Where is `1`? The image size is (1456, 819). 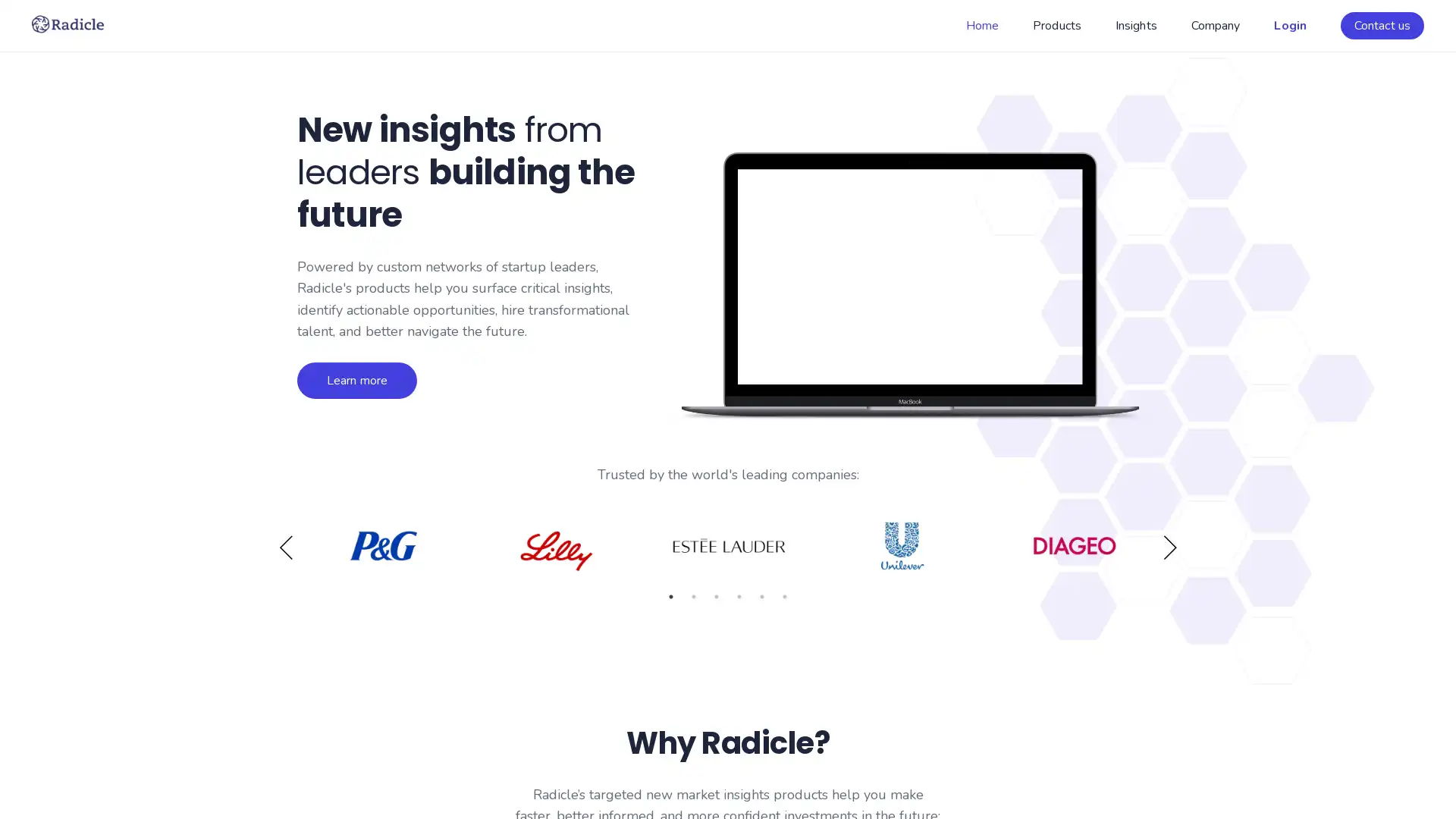 1 is located at coordinates (670, 595).